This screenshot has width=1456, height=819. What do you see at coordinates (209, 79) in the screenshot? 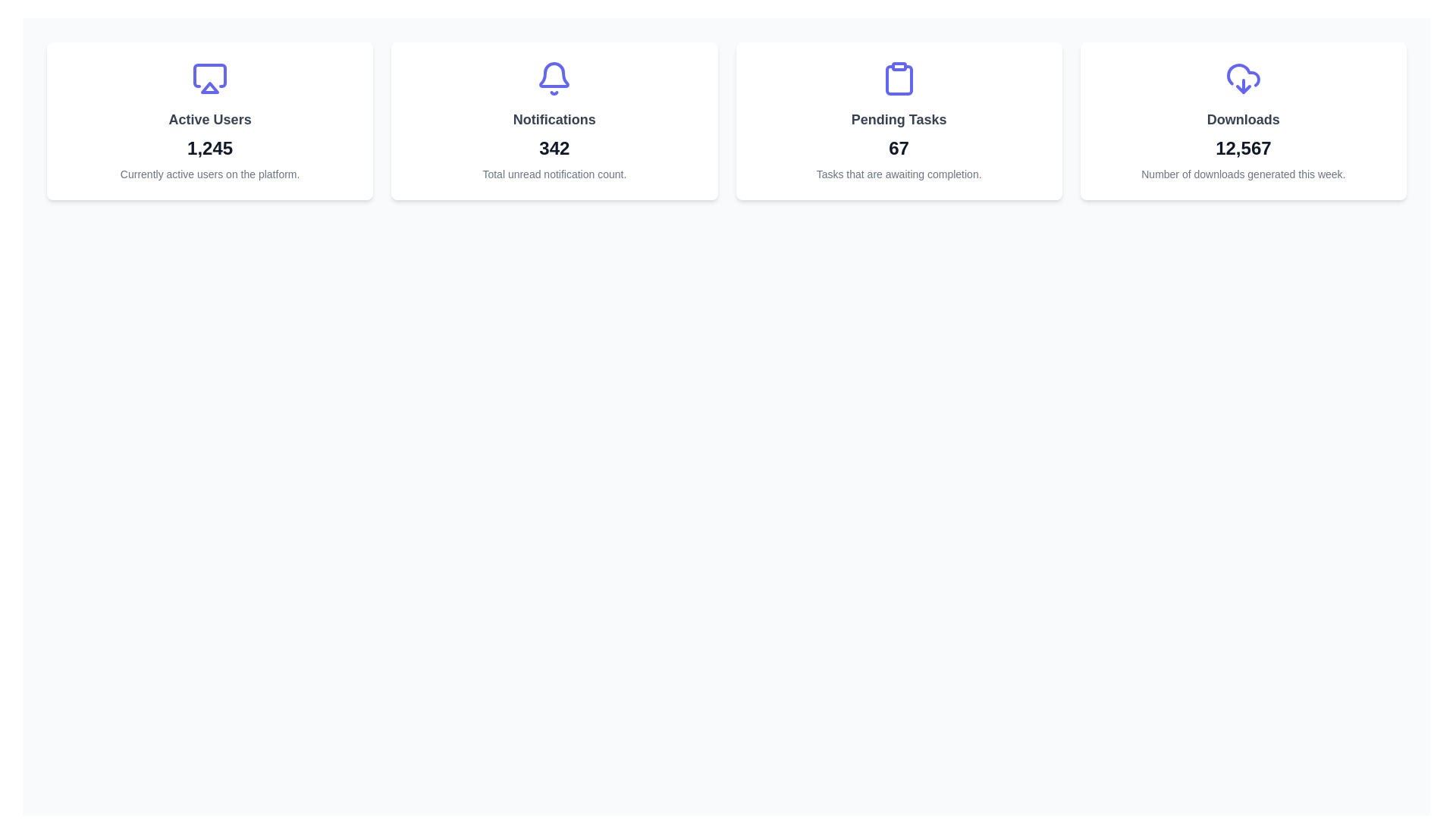
I see `the Icon (SVG) located at the top-center position of the 'Active Users' card to interact with it` at bounding box center [209, 79].